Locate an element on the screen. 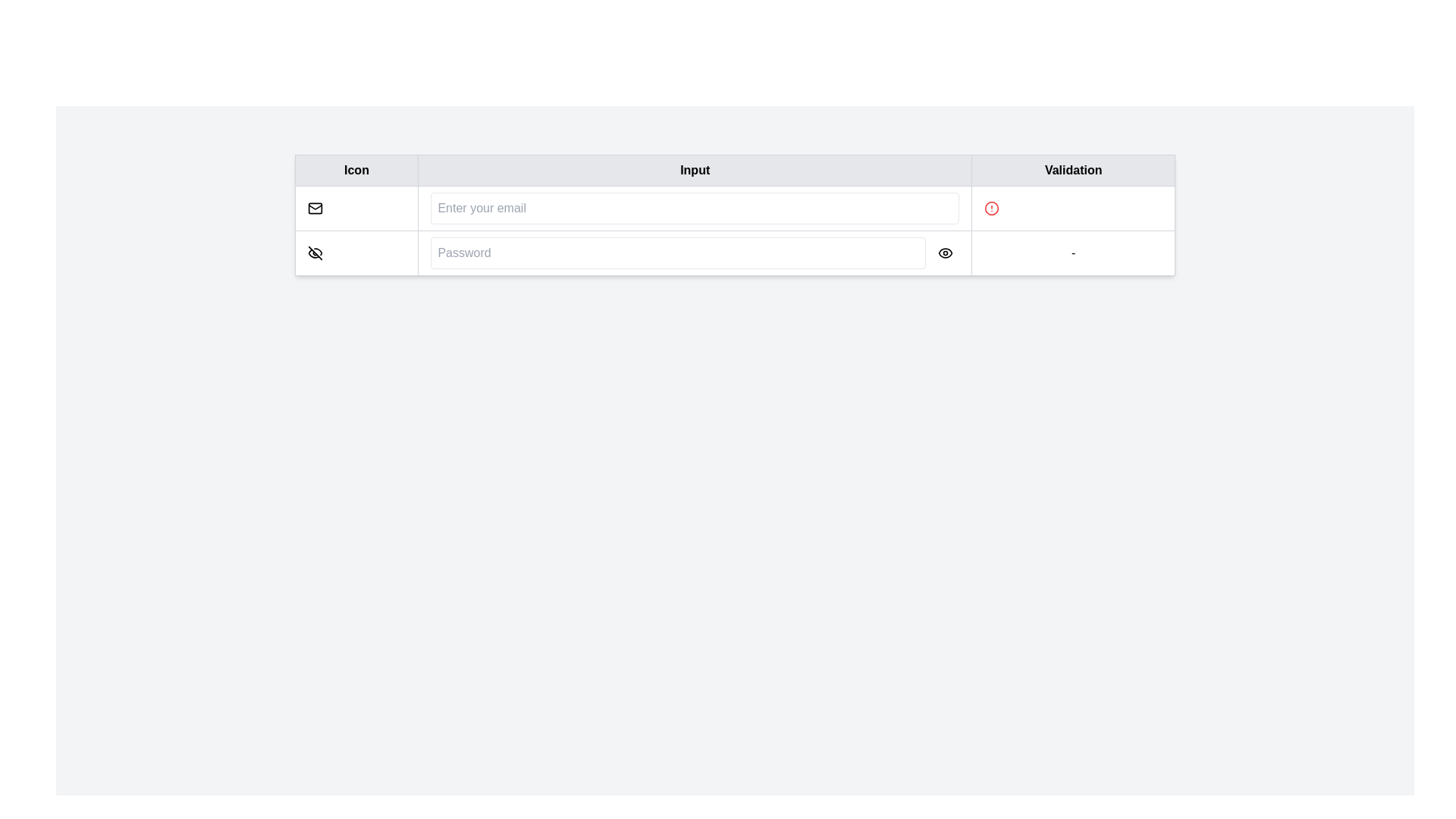 The width and height of the screenshot is (1456, 819). the eye-shaped icon button located to the right of the password input field is located at coordinates (945, 253).